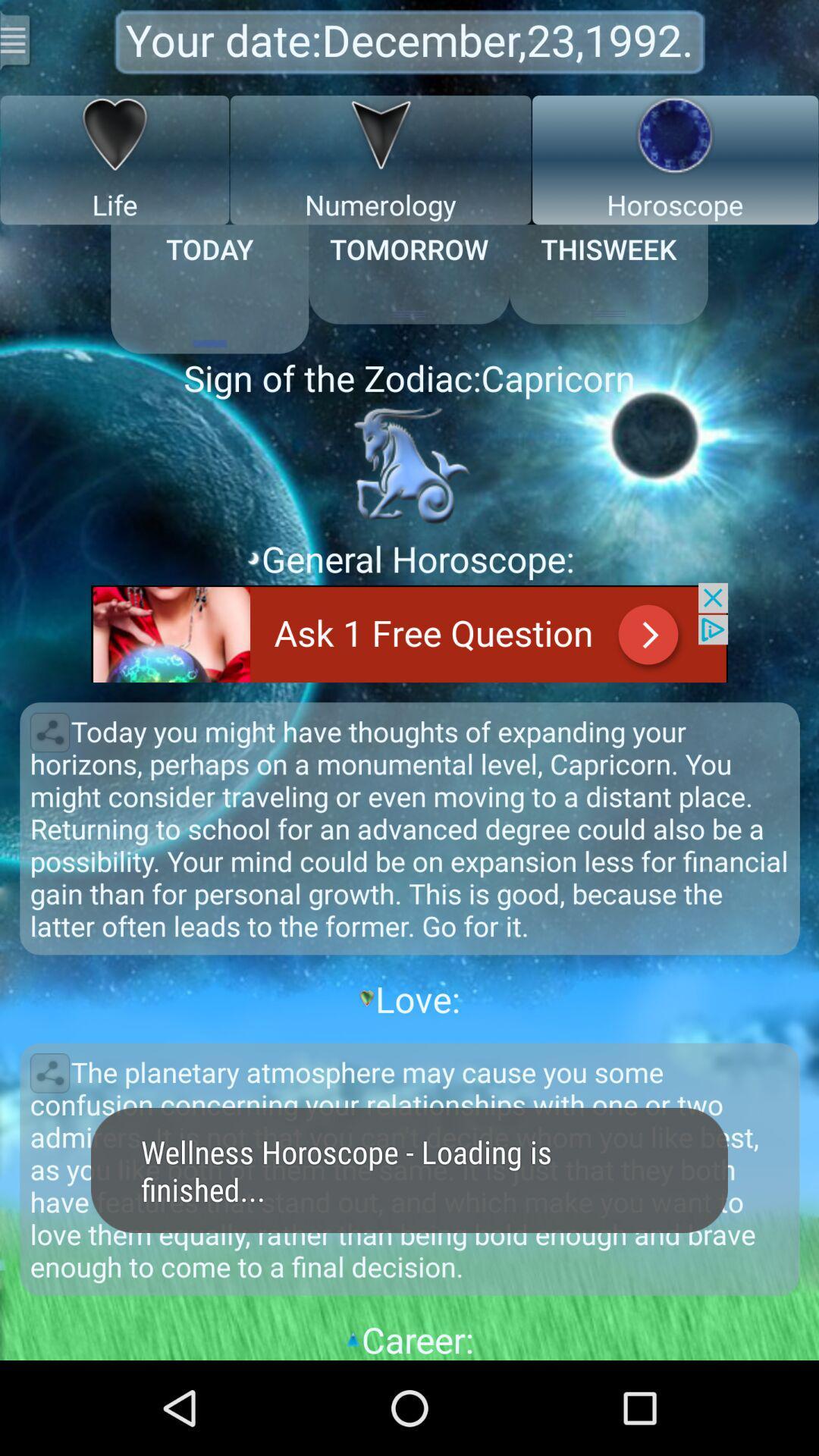  I want to click on the share icon, so click(49, 783).